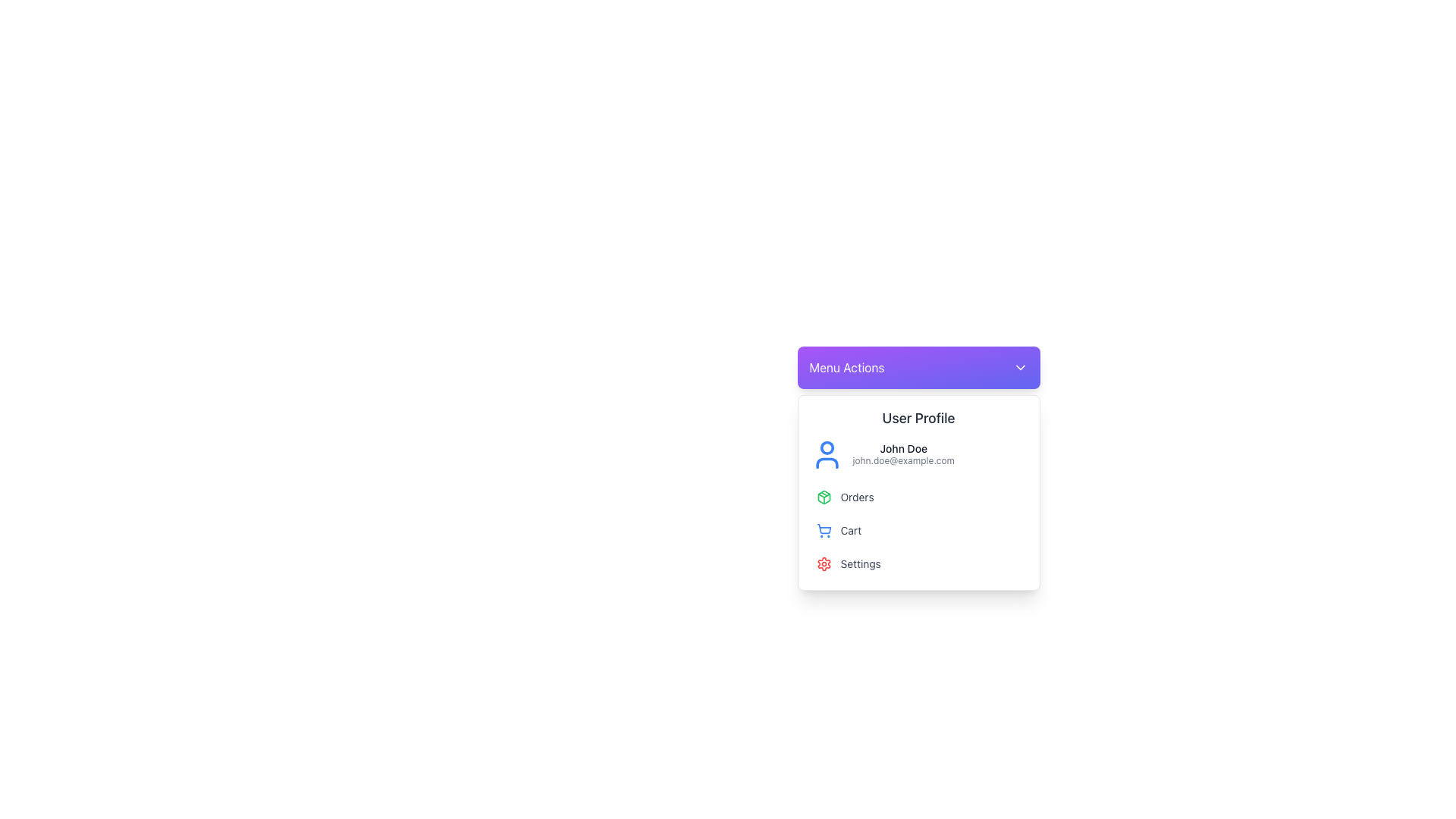  What do you see at coordinates (1020, 368) in the screenshot?
I see `the small chevron-down icon located to the right of the 'Menu Actions' text in the purple header section` at bounding box center [1020, 368].